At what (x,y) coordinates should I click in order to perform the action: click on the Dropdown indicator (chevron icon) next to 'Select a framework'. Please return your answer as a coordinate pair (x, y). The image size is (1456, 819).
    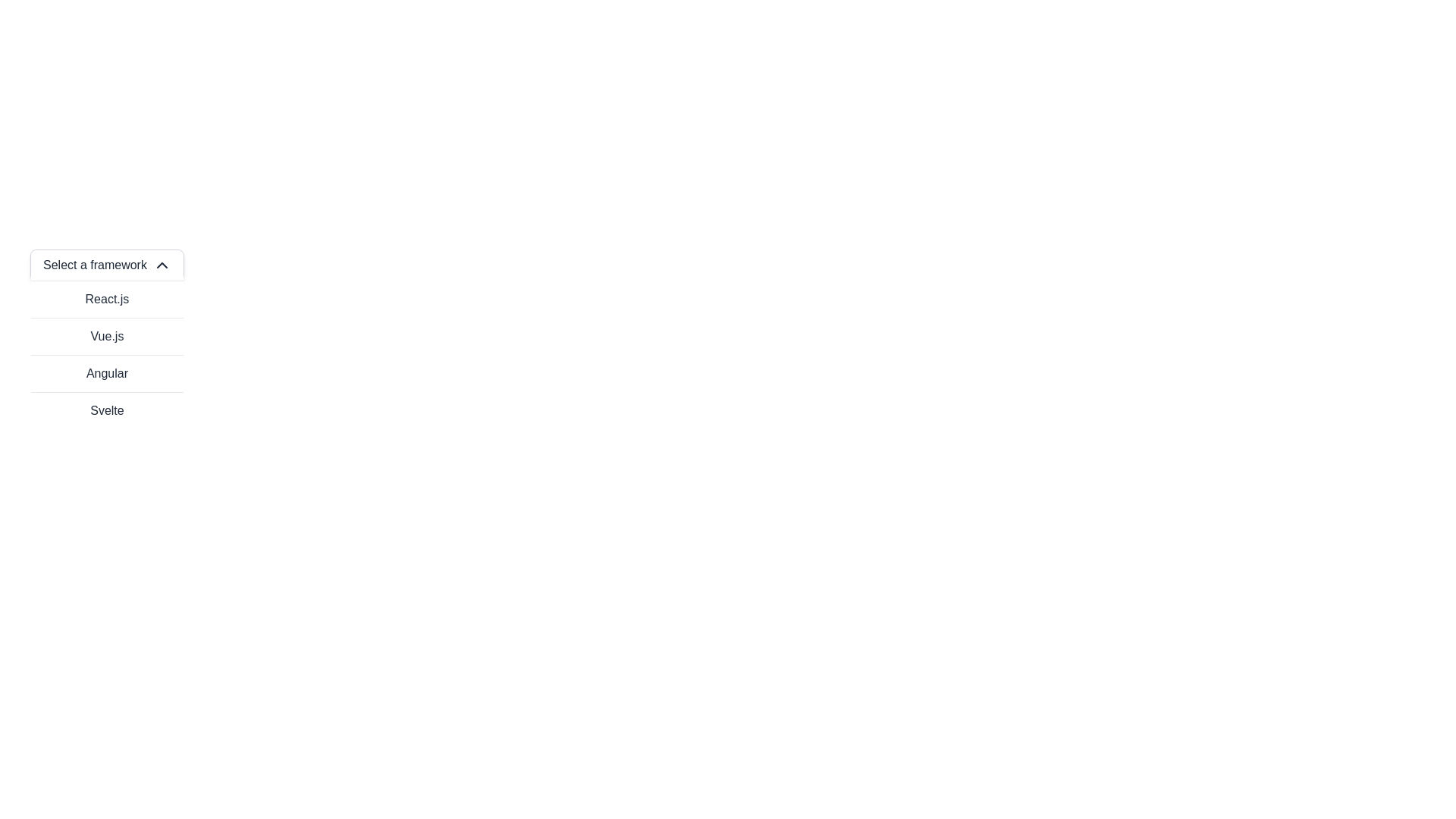
    Looking at the image, I should click on (162, 265).